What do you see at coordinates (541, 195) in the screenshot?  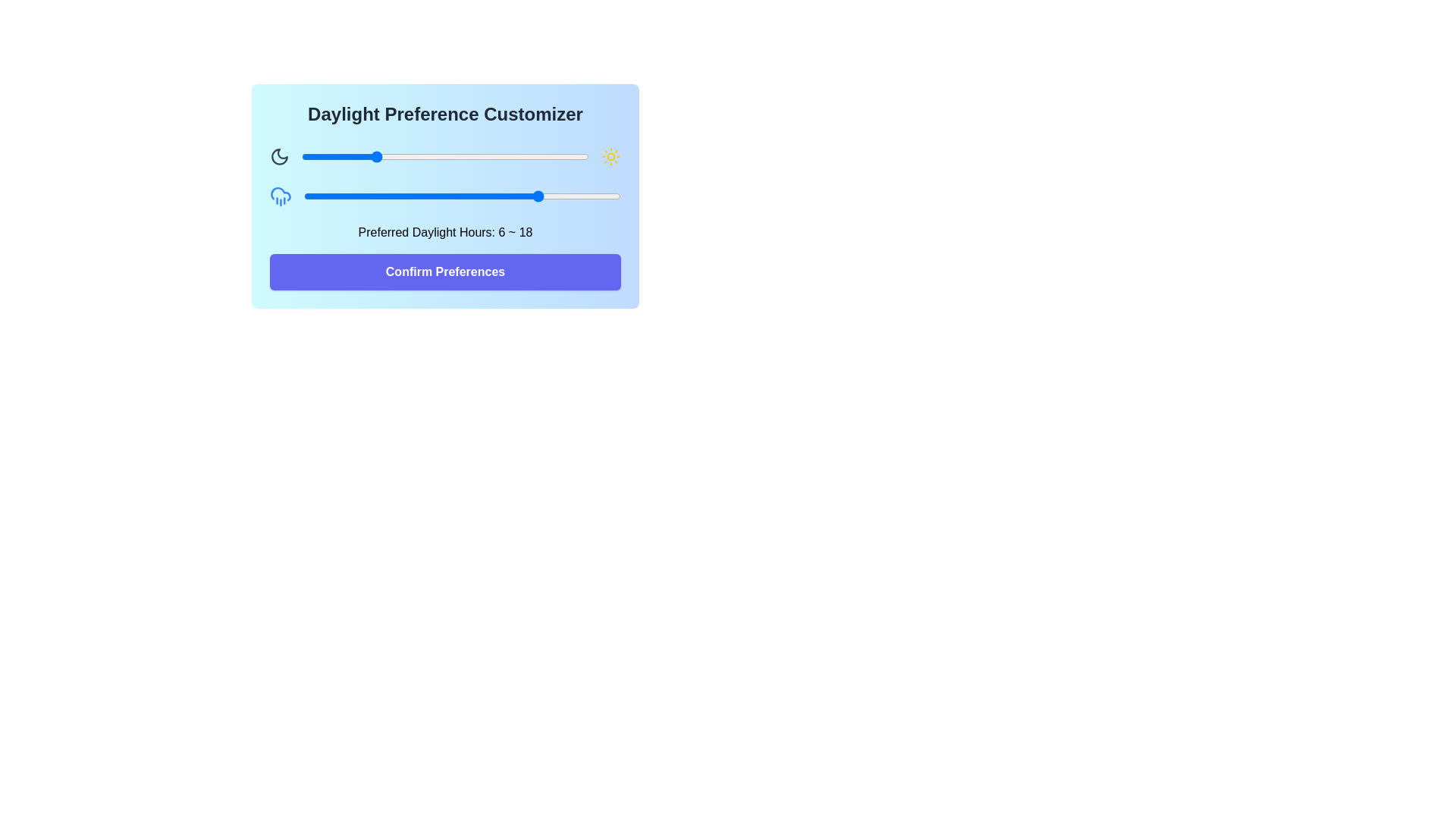 I see `the daylight preference` at bounding box center [541, 195].